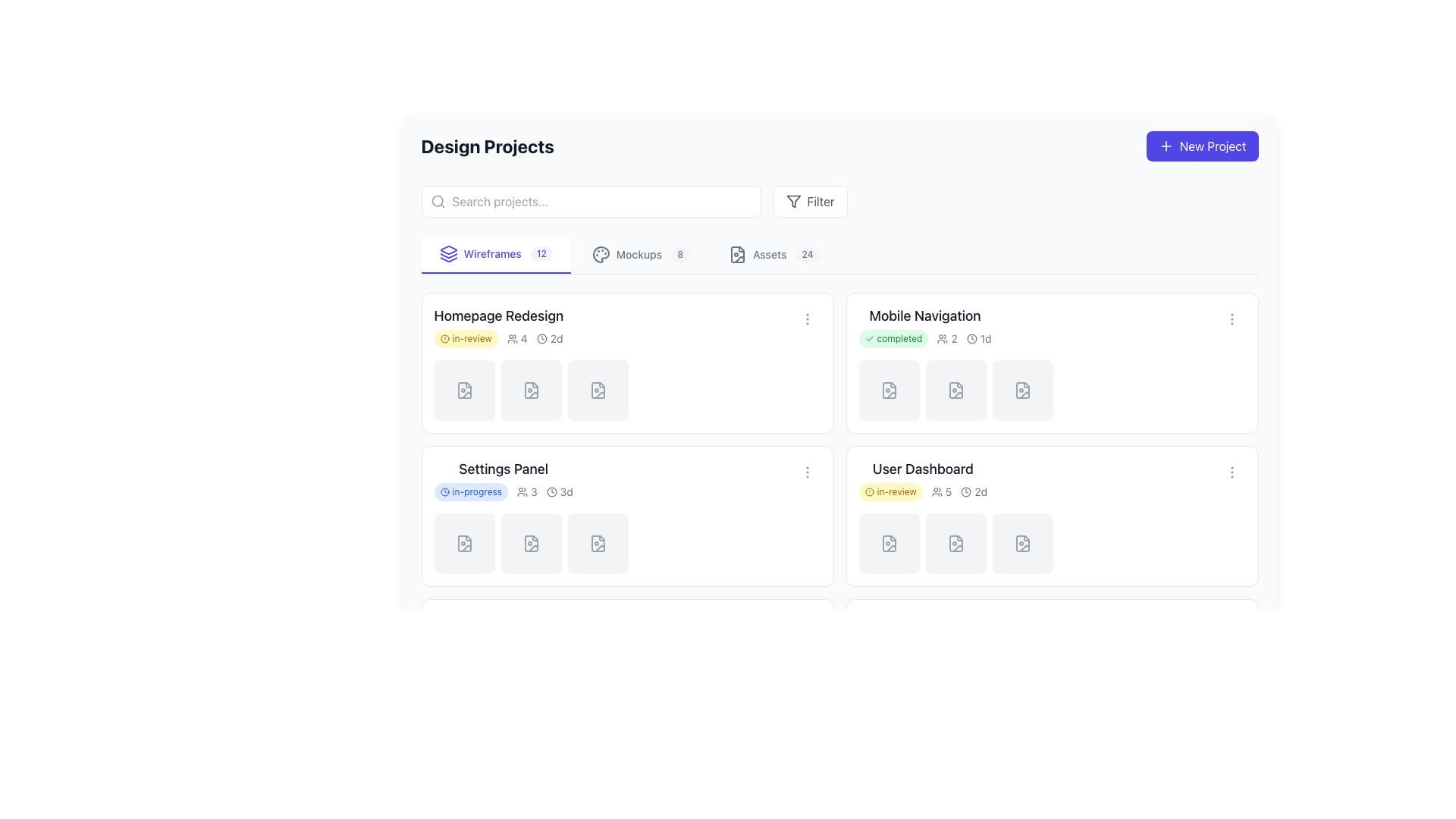 This screenshot has width=1456, height=819. Describe the element at coordinates (627, 479) in the screenshot. I see `the 'Settings Panel' Project summary card` at that location.